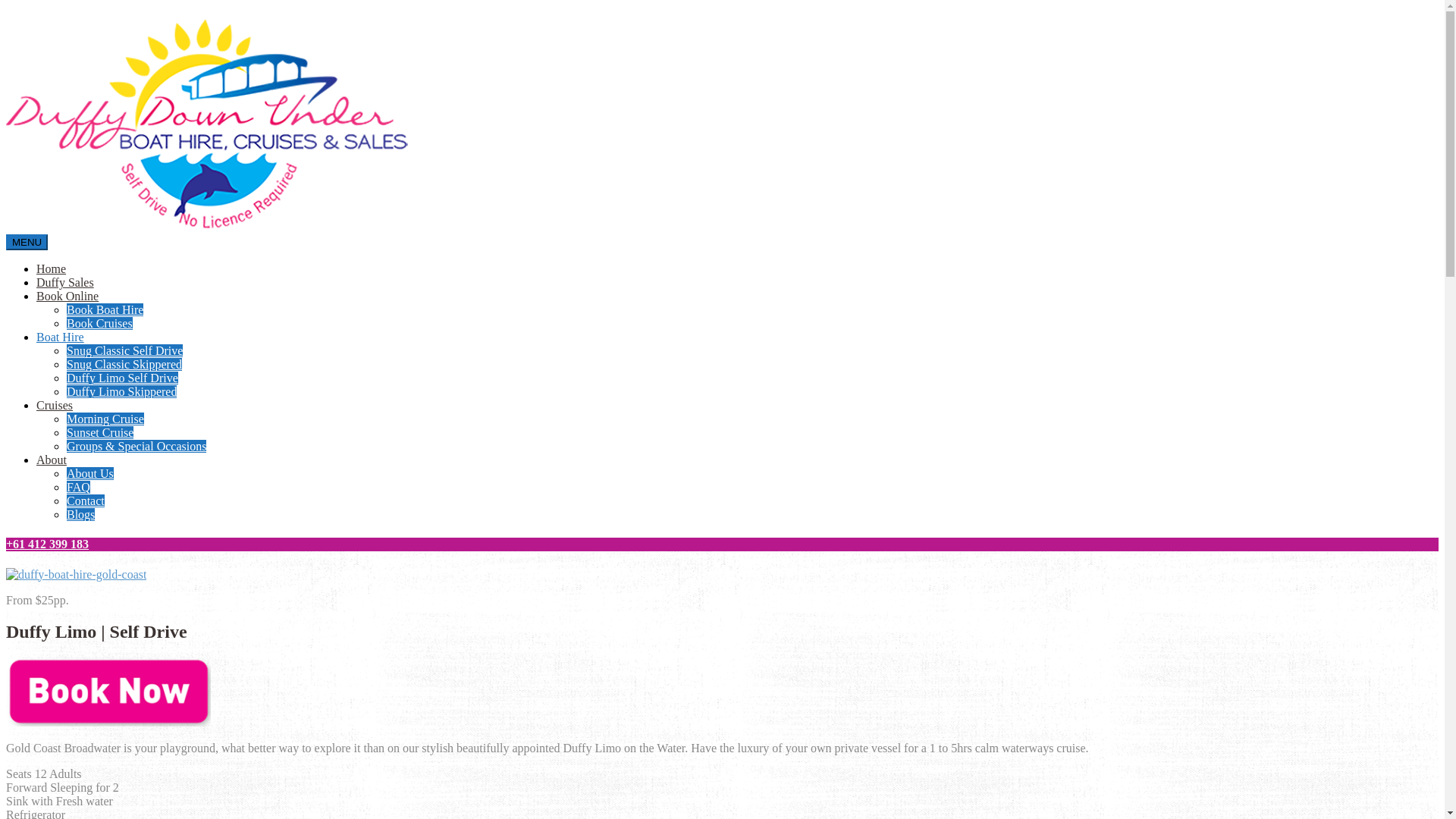 Image resolution: width=1456 pixels, height=819 pixels. Describe the element at coordinates (77, 487) in the screenshot. I see `'FAQ'` at that location.